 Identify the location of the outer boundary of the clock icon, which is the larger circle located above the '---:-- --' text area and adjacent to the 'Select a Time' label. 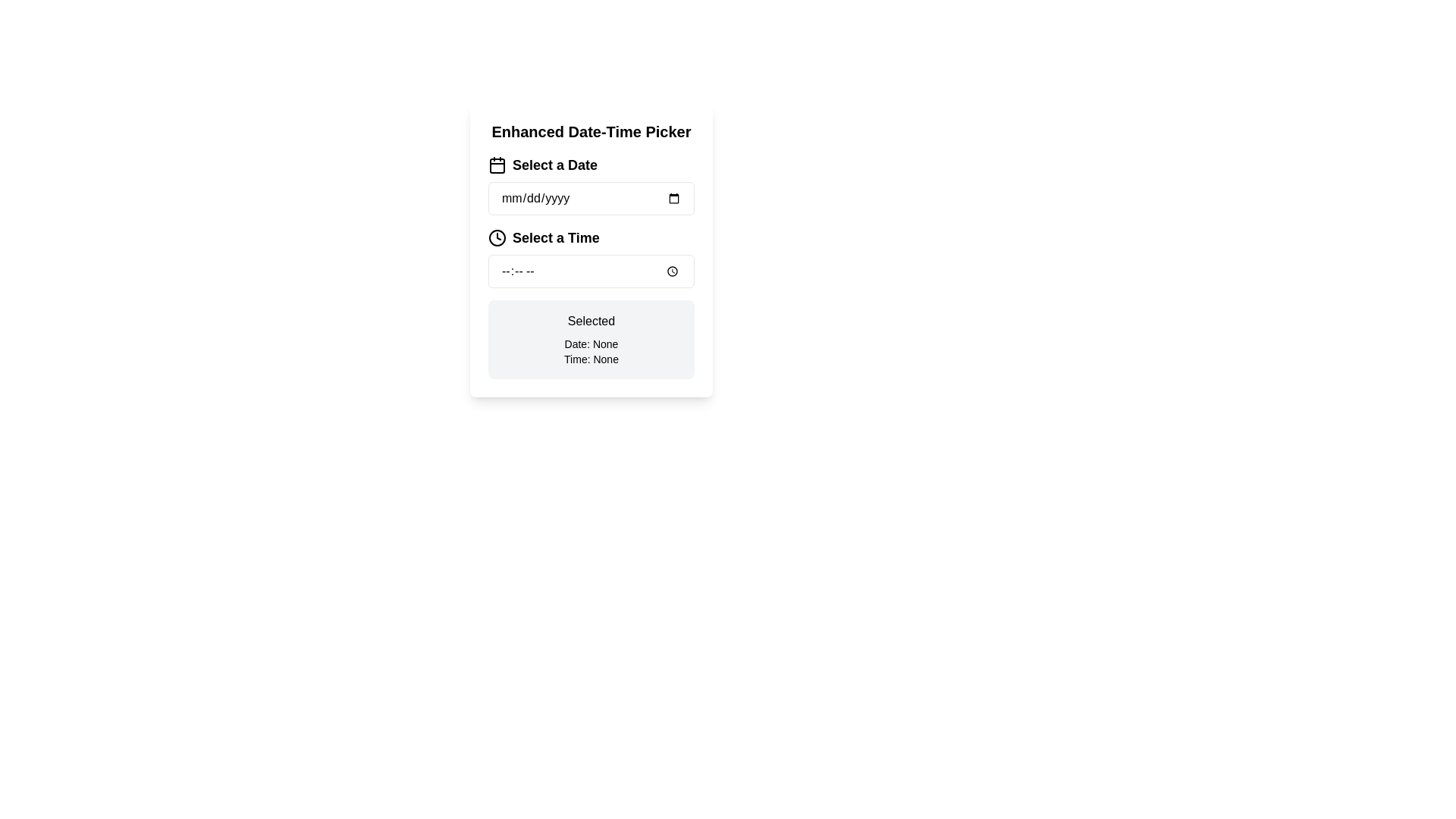
(497, 237).